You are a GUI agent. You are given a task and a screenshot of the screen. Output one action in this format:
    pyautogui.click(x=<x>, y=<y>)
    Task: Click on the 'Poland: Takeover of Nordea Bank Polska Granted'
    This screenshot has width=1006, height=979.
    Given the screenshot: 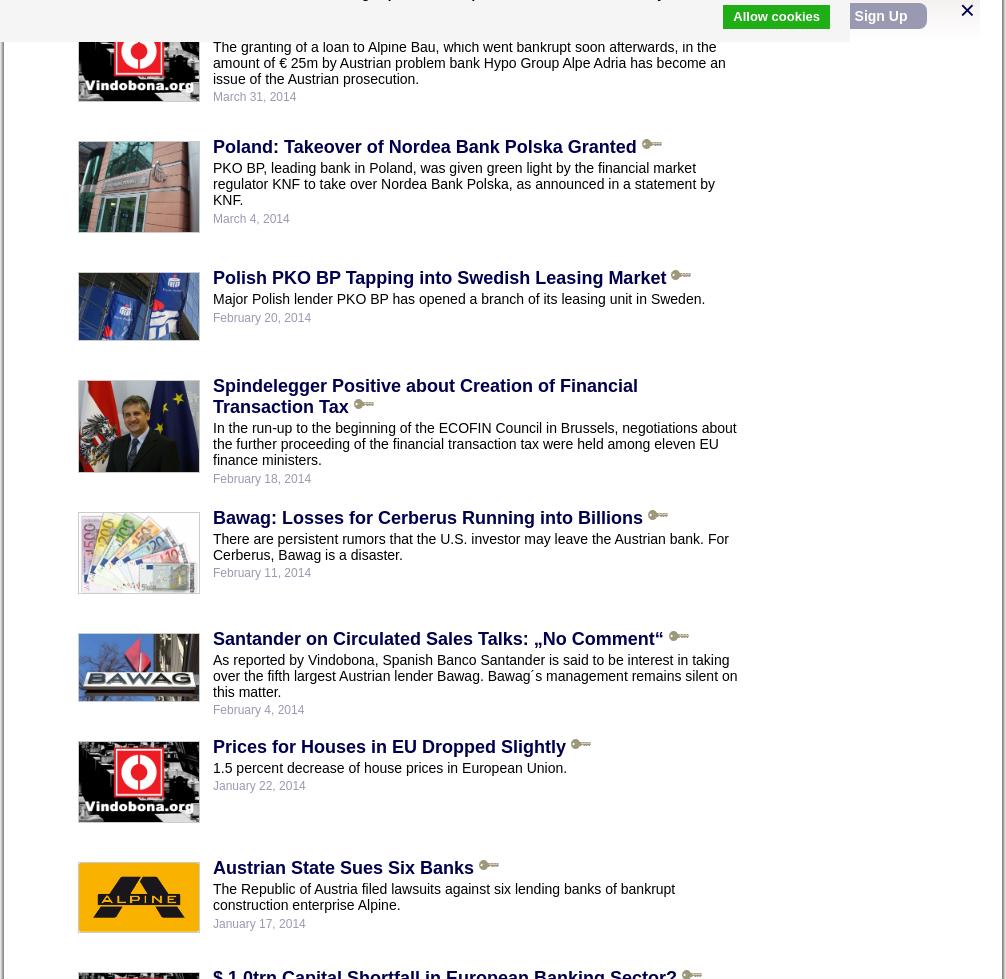 What is the action you would take?
    pyautogui.click(x=423, y=145)
    